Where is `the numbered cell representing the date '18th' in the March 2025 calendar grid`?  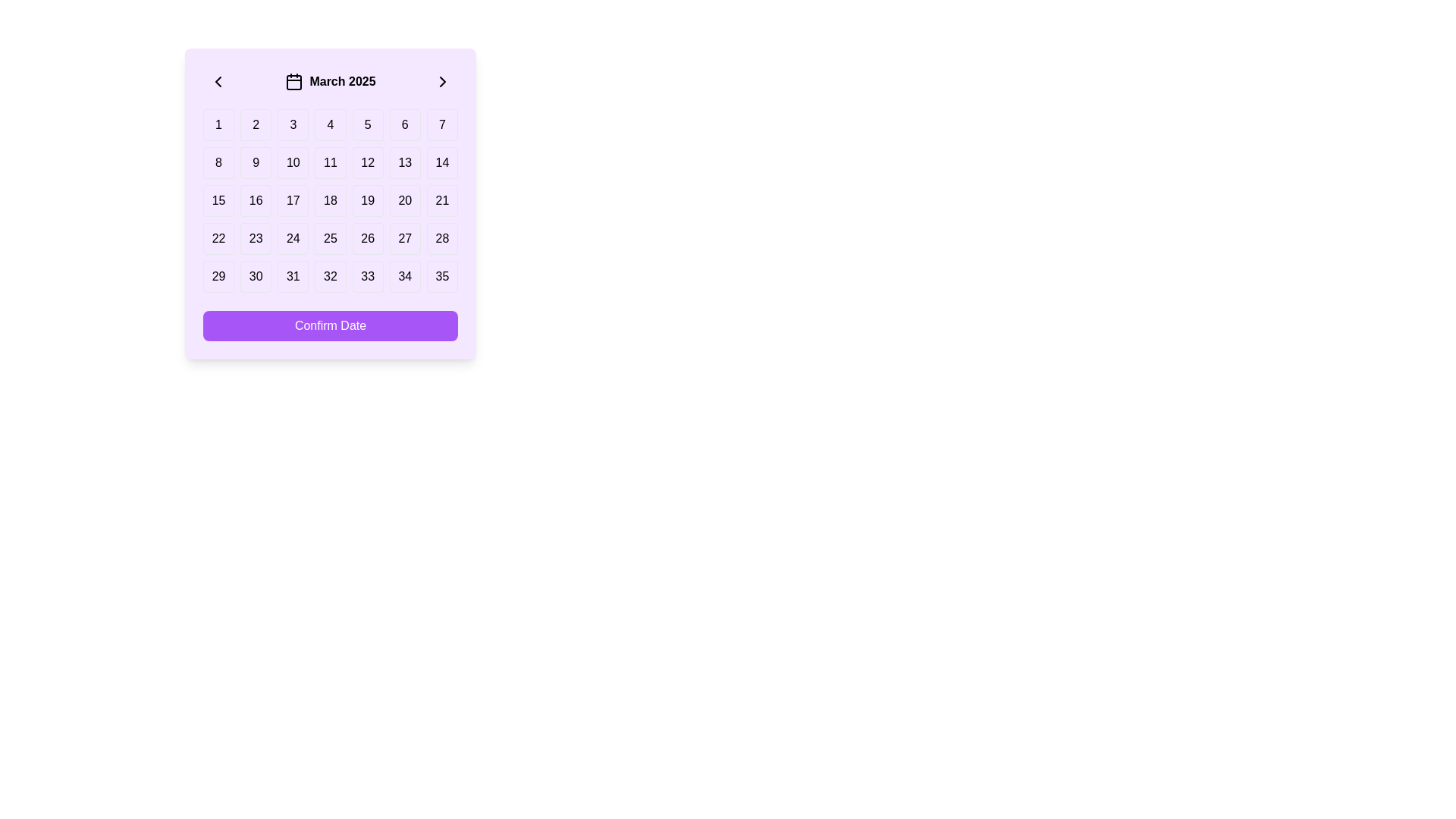
the numbered cell representing the date '18th' in the March 2025 calendar grid is located at coordinates (330, 200).